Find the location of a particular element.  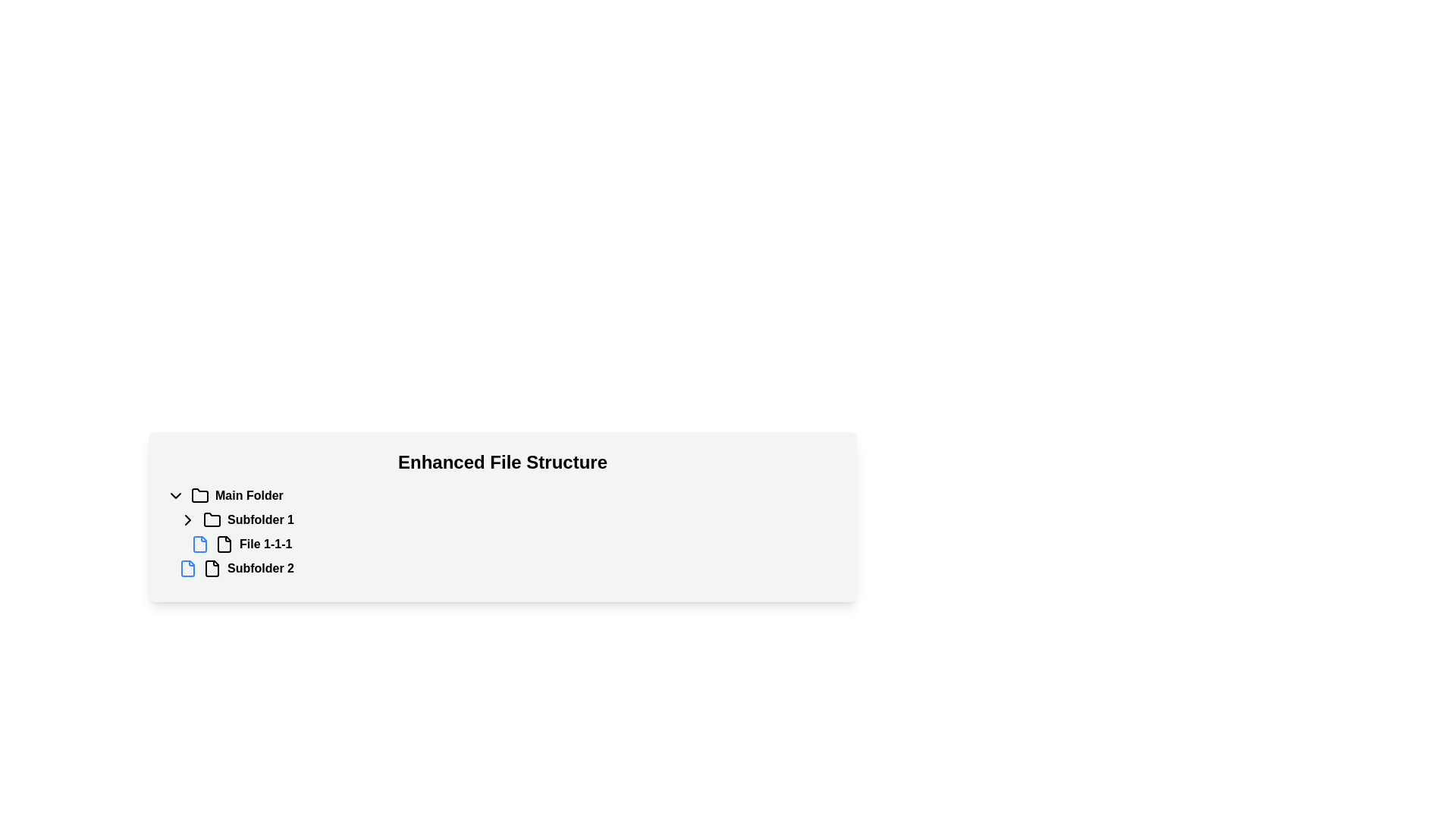

the bold text label 'Subfolder 2', which is styled with black color and an underline effect visible on hover, located to the right of the preceding icon in the file structure hierarchy is located at coordinates (261, 568).